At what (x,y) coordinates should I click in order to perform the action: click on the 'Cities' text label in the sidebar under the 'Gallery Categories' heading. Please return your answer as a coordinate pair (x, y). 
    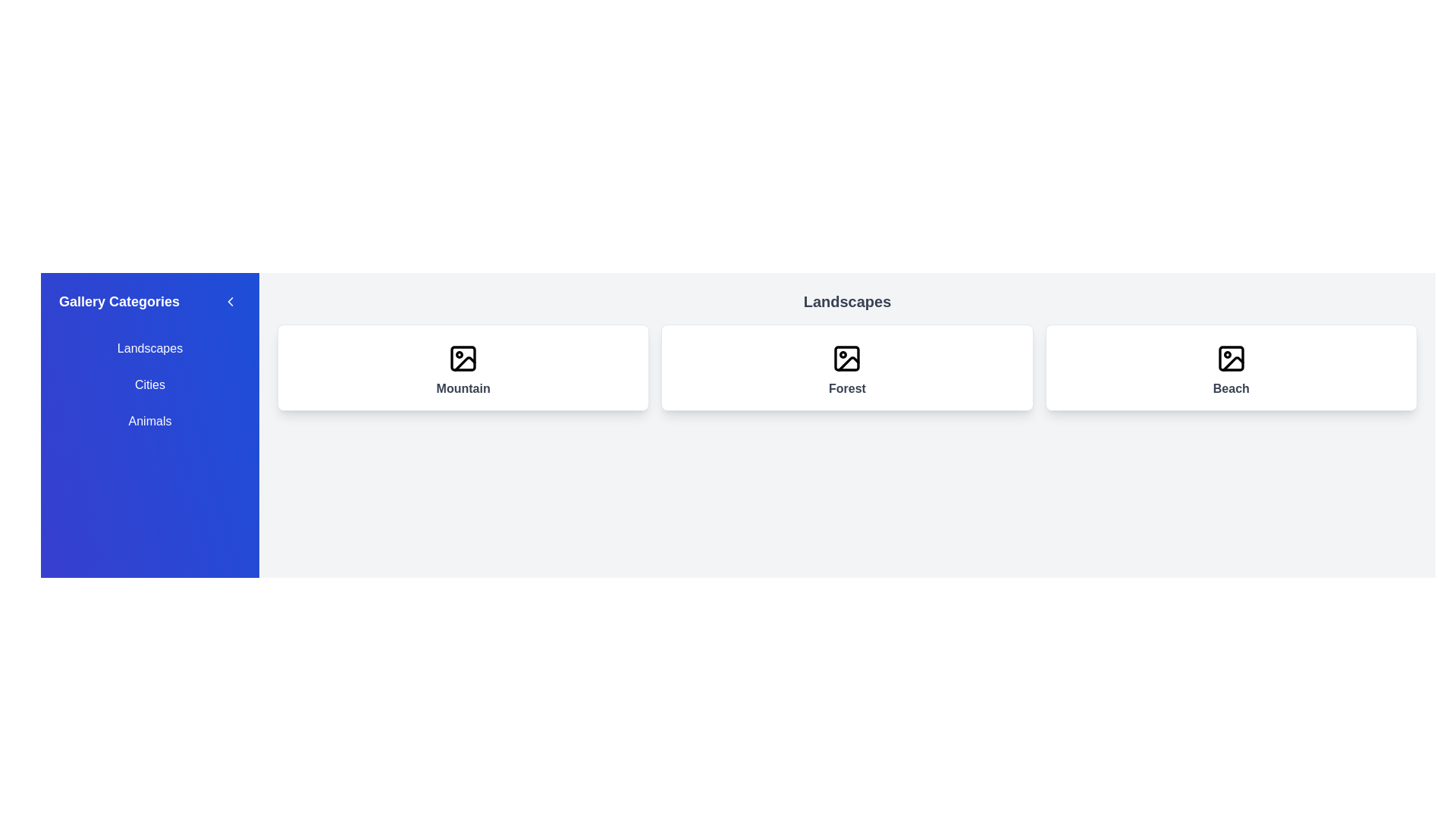
    Looking at the image, I should click on (149, 384).